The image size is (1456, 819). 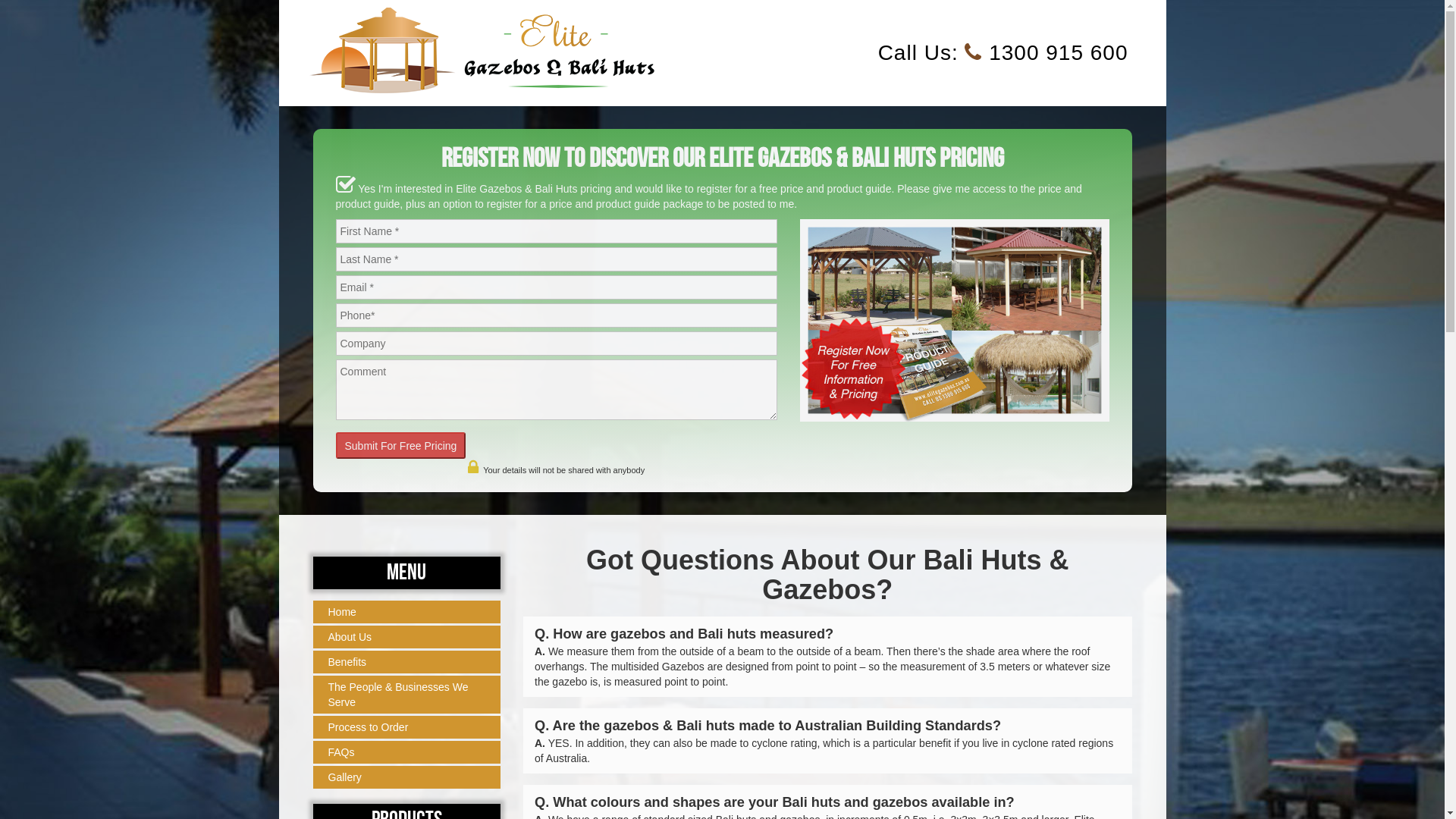 I want to click on 'FAQs', so click(x=406, y=752).